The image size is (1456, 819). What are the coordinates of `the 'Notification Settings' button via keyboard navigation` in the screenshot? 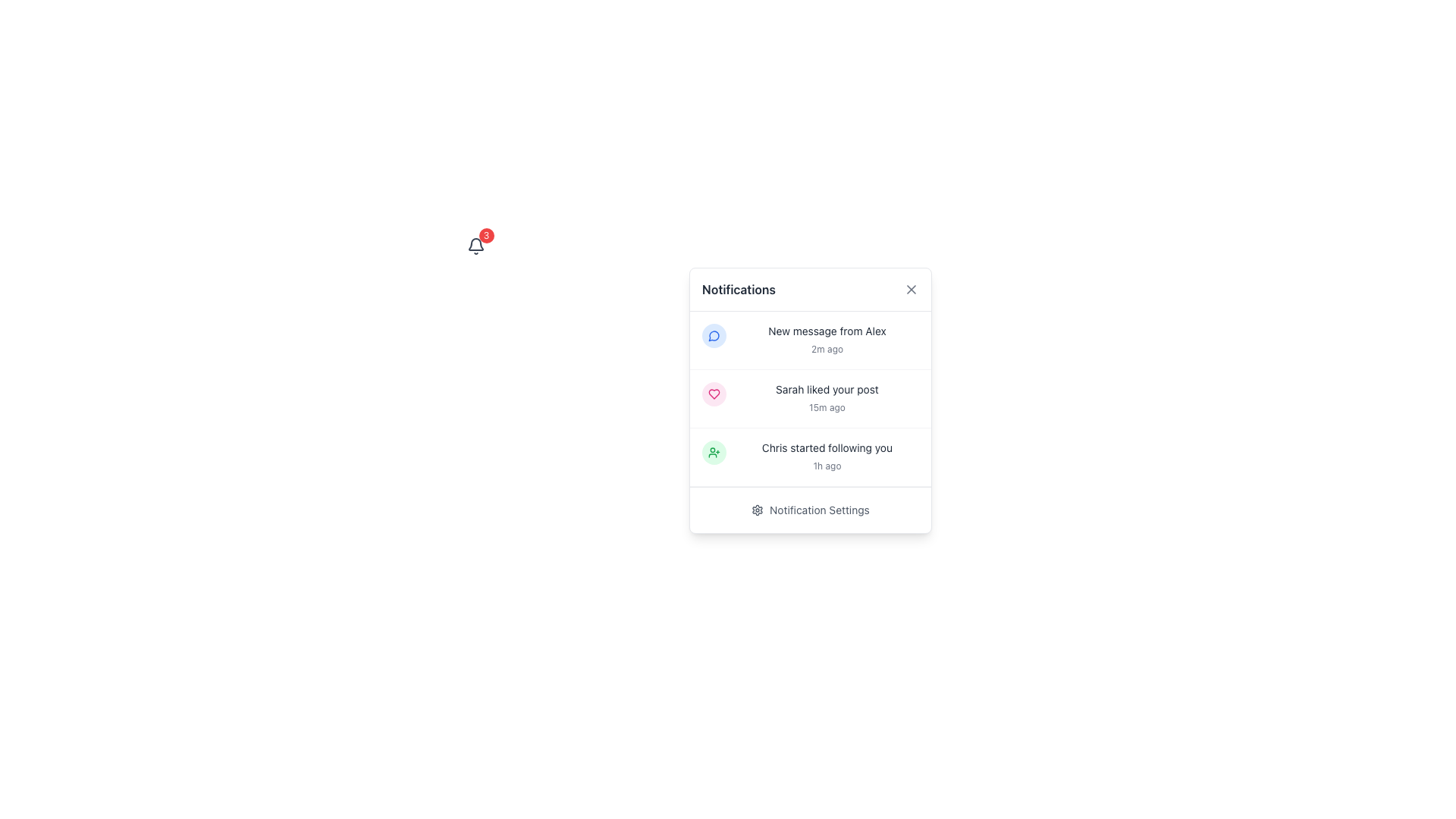 It's located at (810, 510).